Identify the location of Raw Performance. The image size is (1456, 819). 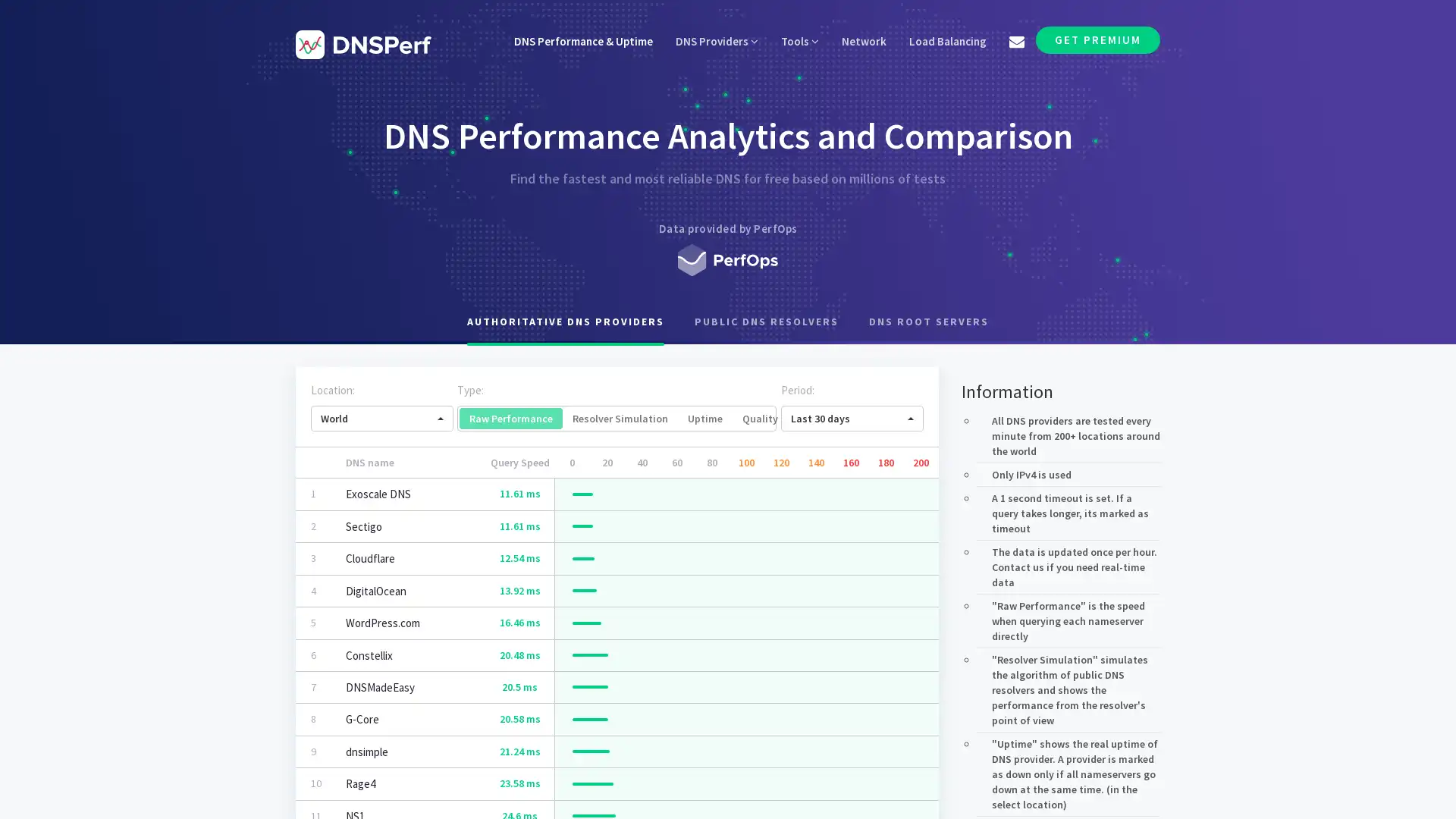
(510, 418).